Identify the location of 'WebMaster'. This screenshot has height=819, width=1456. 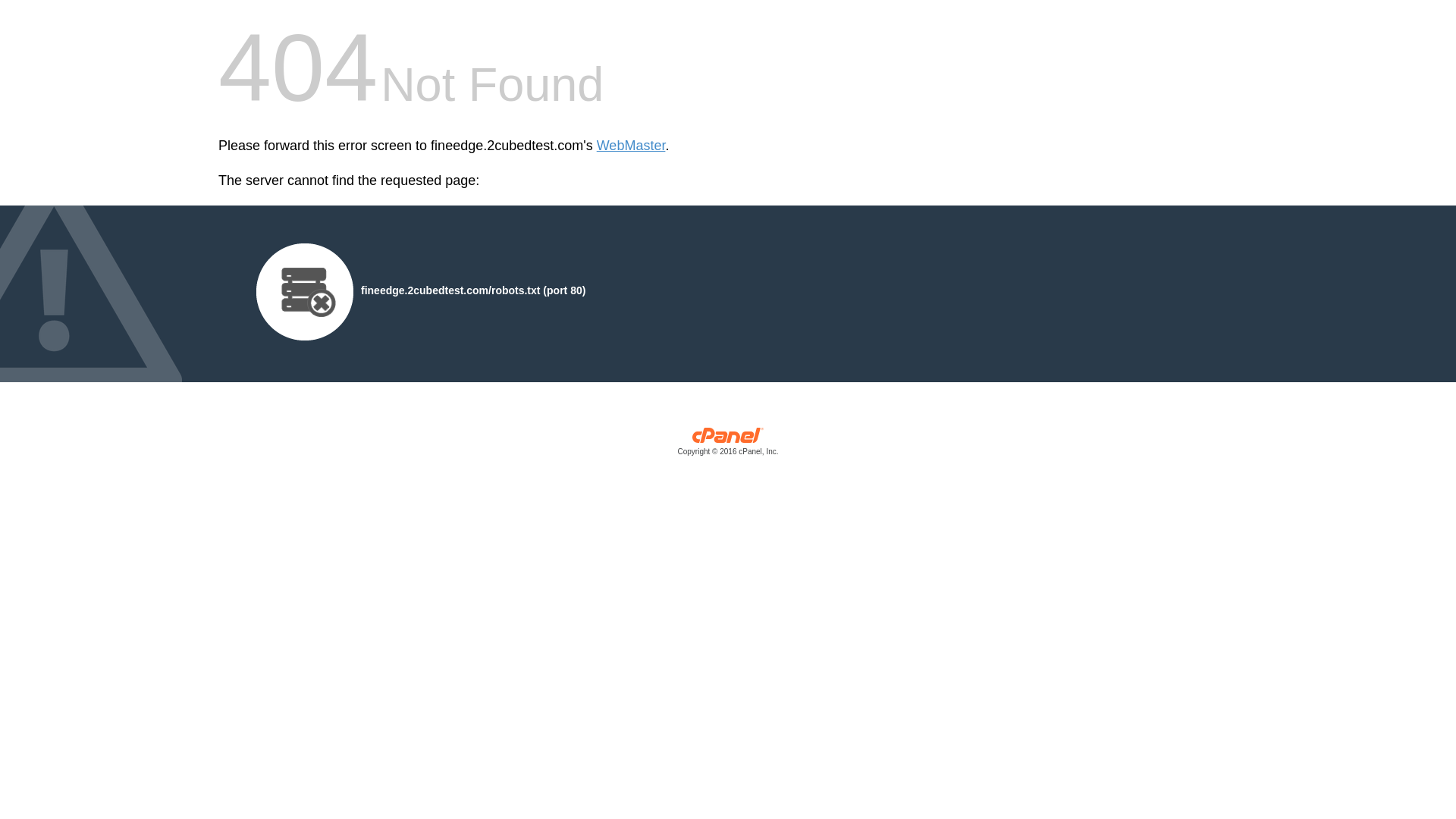
(631, 146).